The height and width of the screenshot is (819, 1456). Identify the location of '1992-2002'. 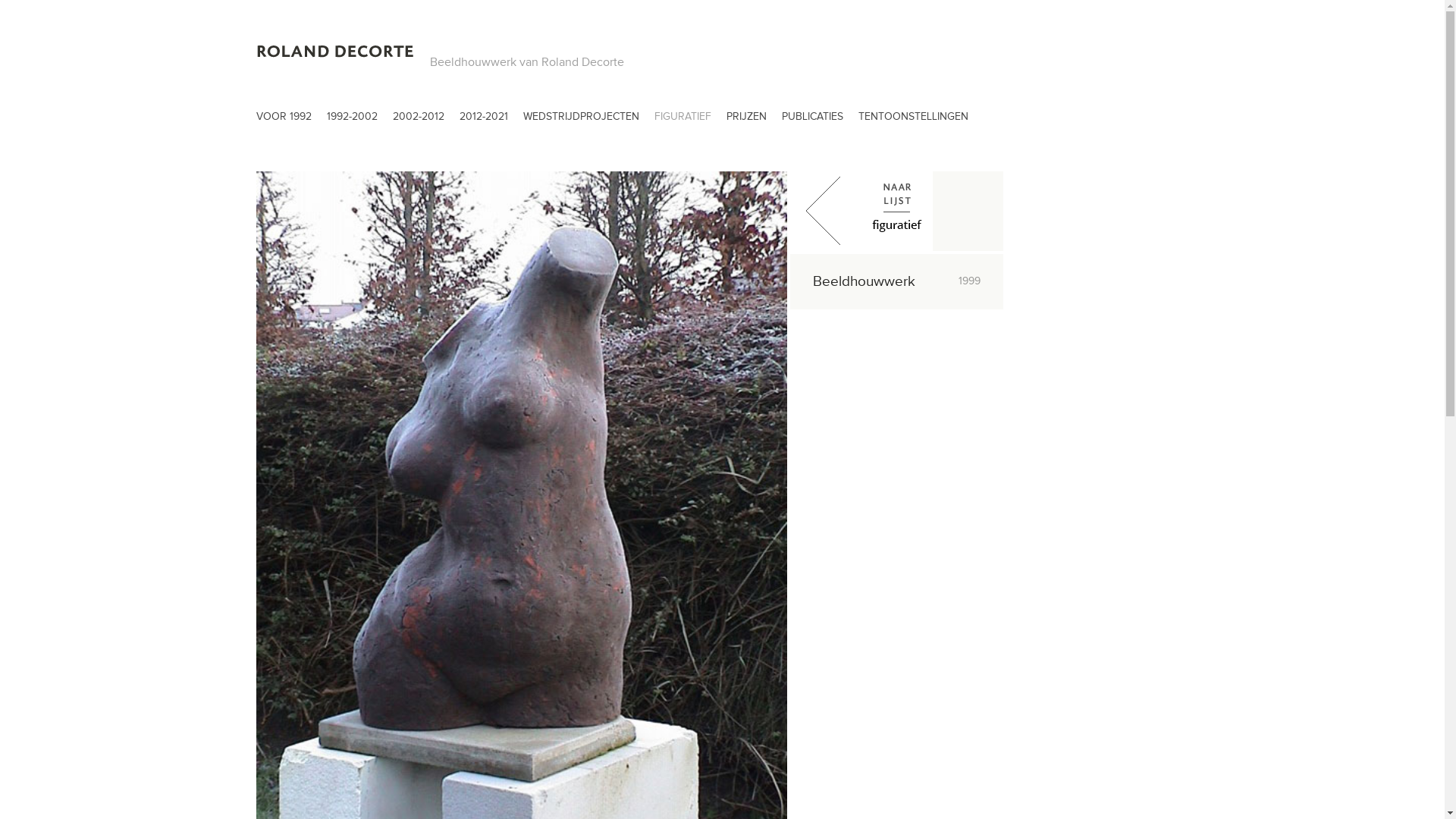
(350, 119).